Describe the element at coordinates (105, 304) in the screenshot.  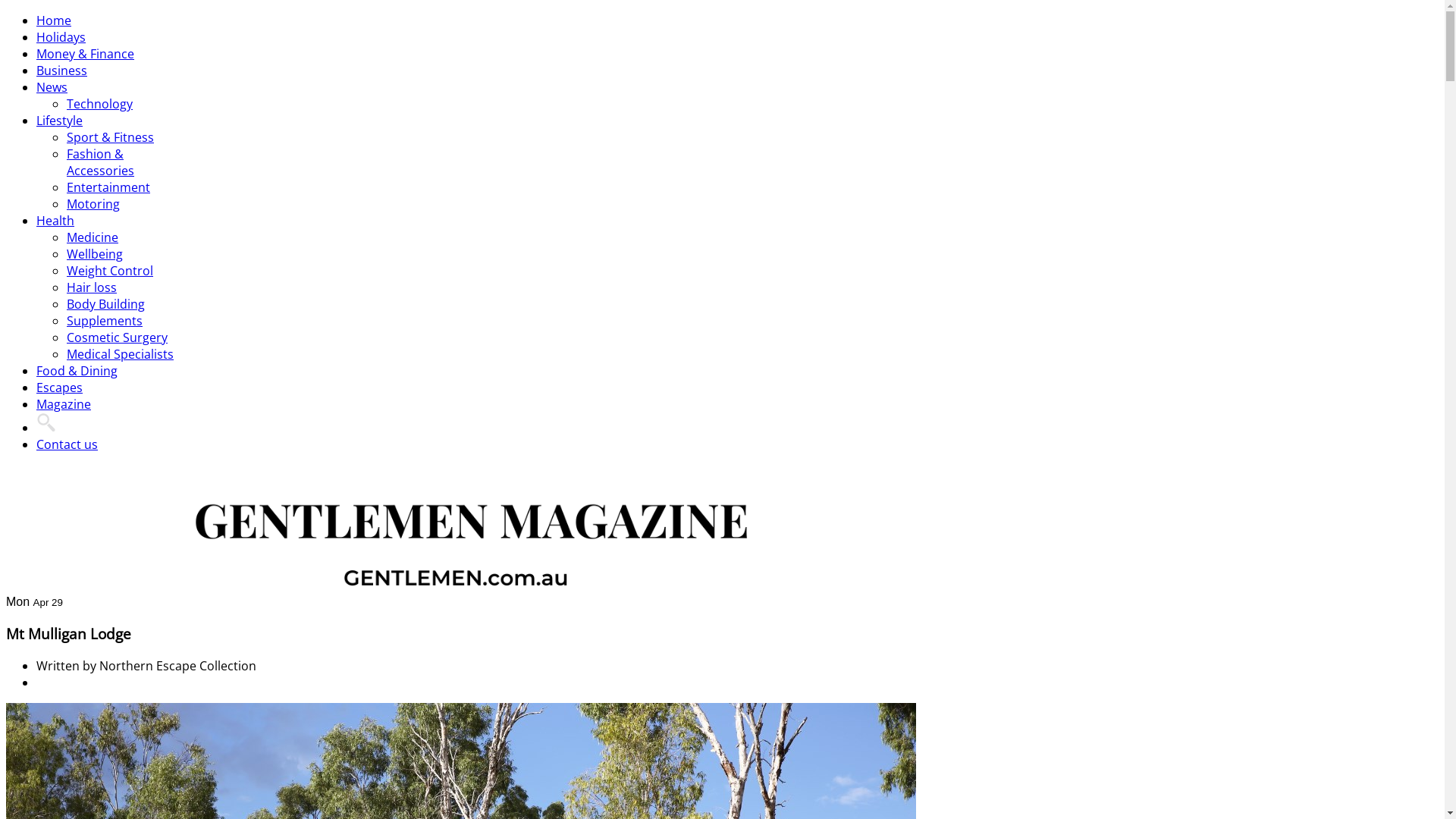
I see `'Body Building'` at that location.